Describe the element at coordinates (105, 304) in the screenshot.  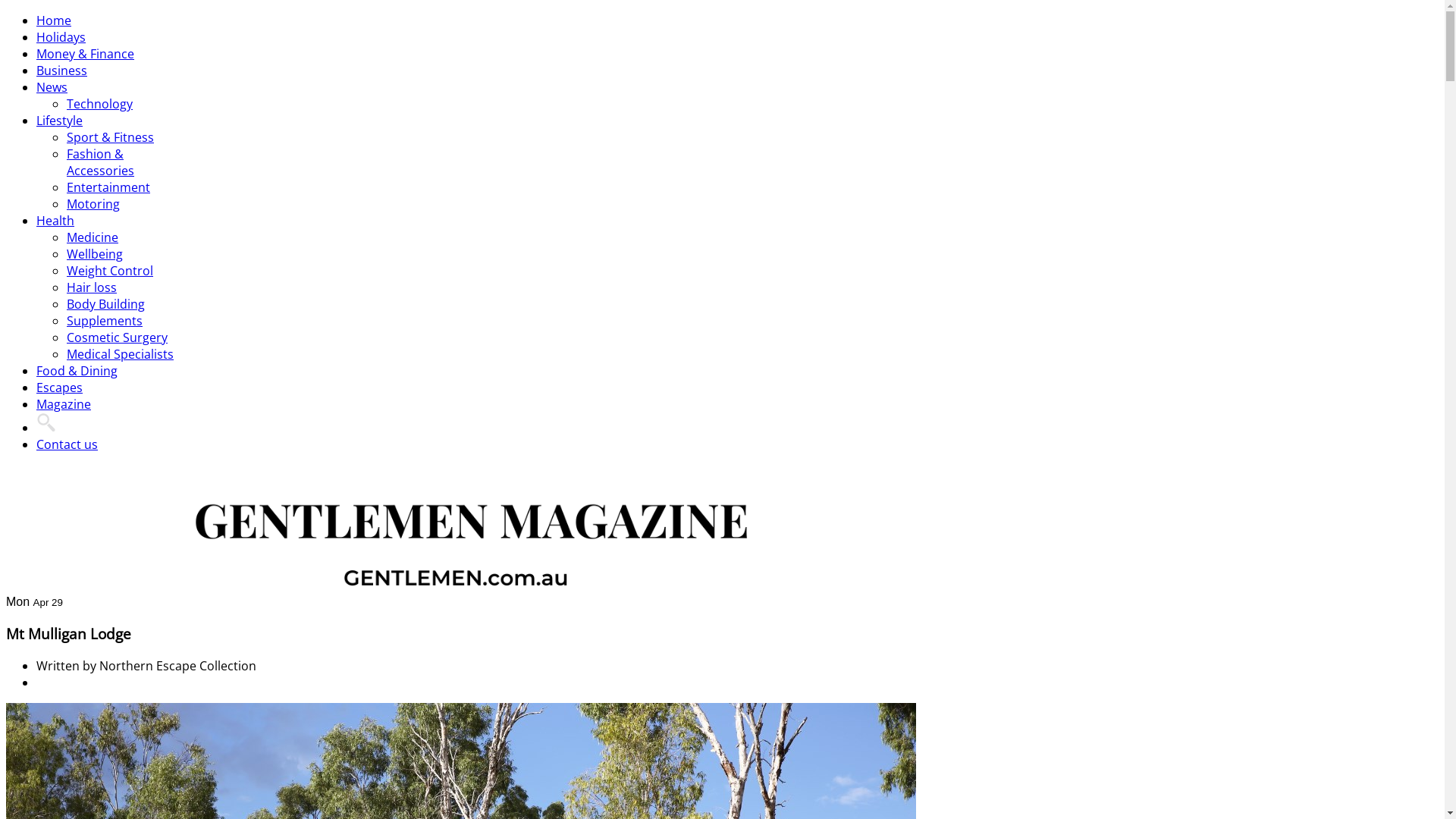
I see `'Body Building'` at that location.